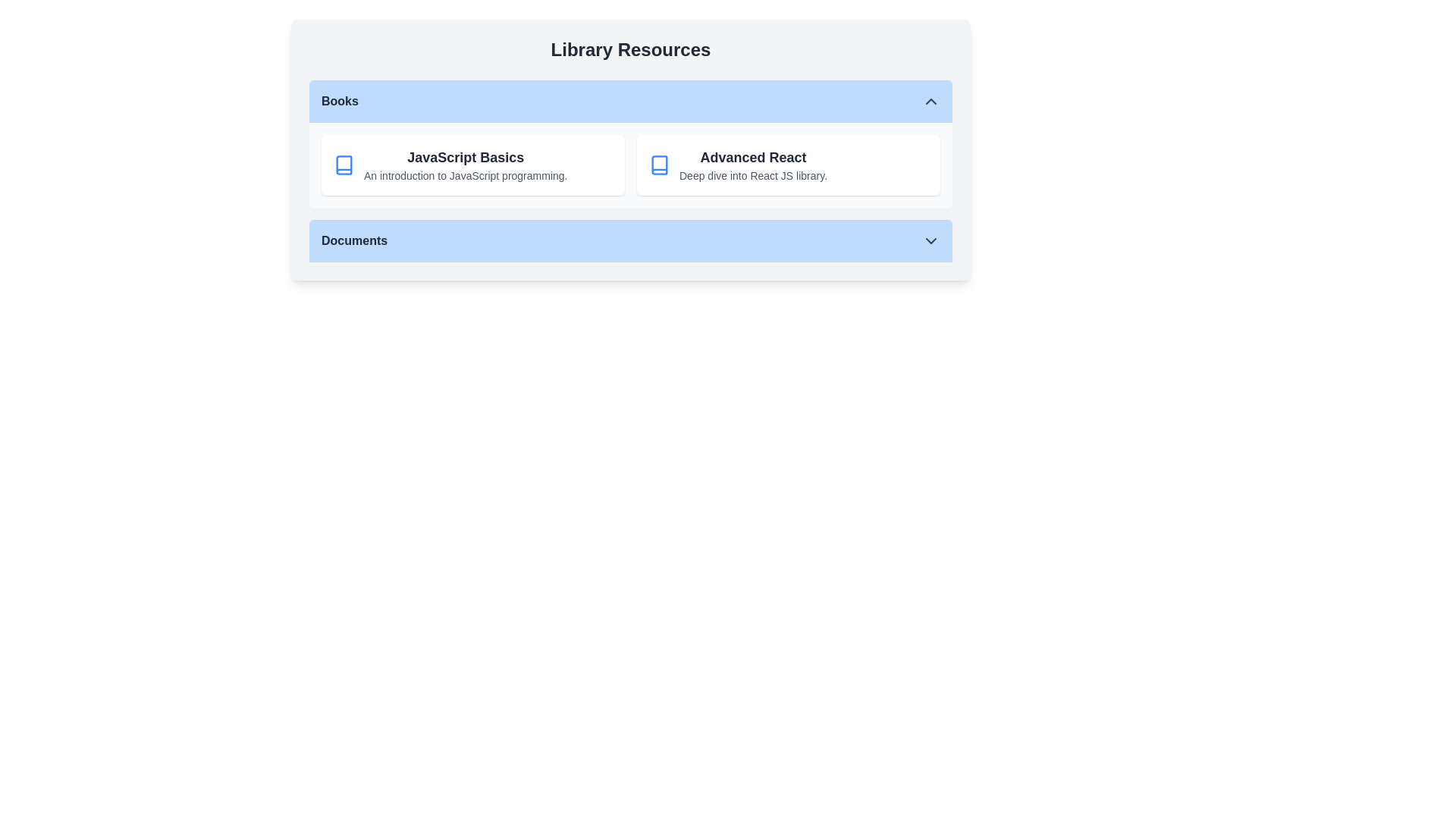 This screenshot has height=819, width=1456. What do you see at coordinates (344, 165) in the screenshot?
I see `the book icon representing the 'JavaScript Basics' resource` at bounding box center [344, 165].